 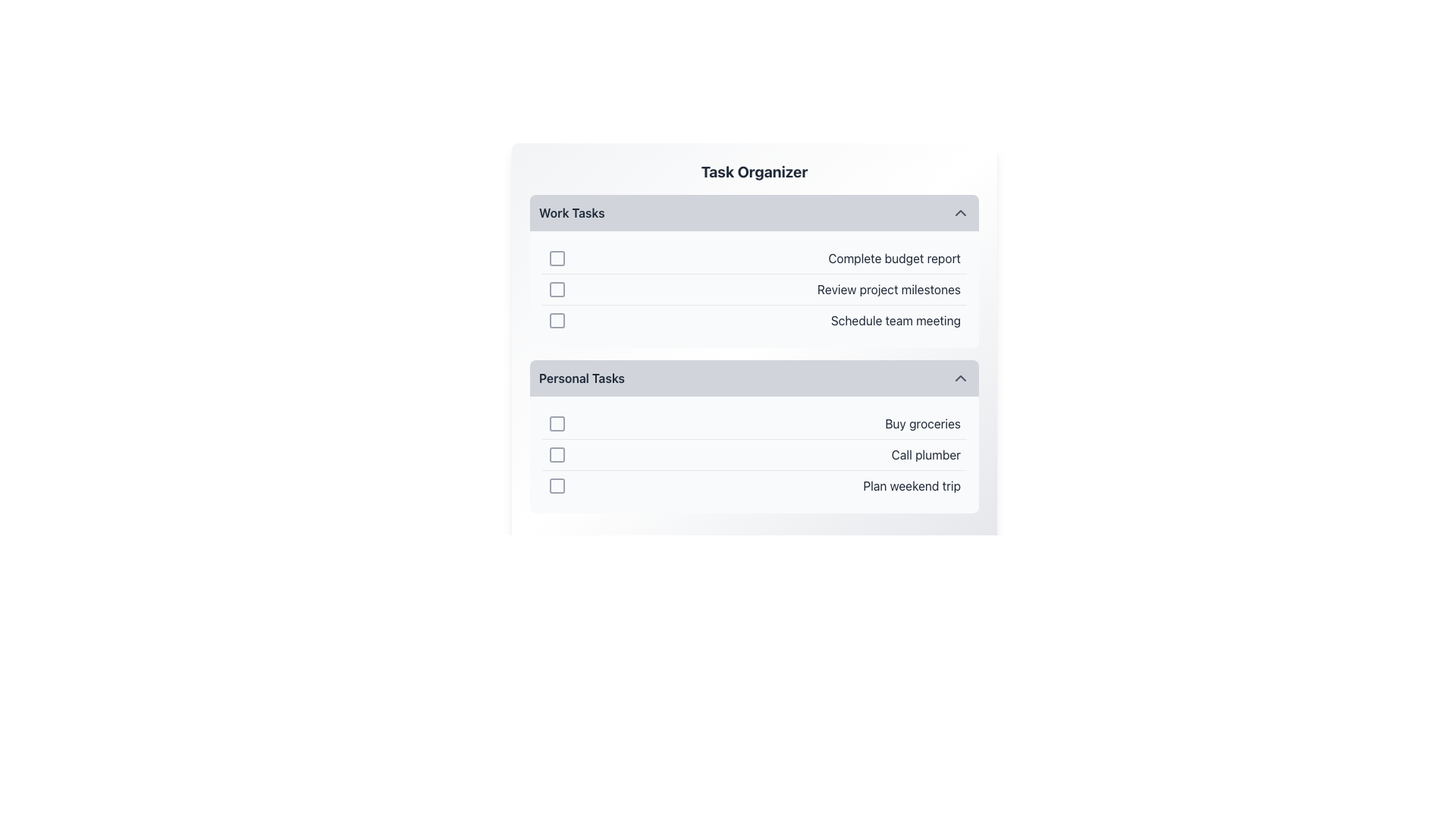 I want to click on the 'Work Tasks' text label in the top left segment of the light gray header bar, which identifies the tasks below, so click(x=571, y=213).